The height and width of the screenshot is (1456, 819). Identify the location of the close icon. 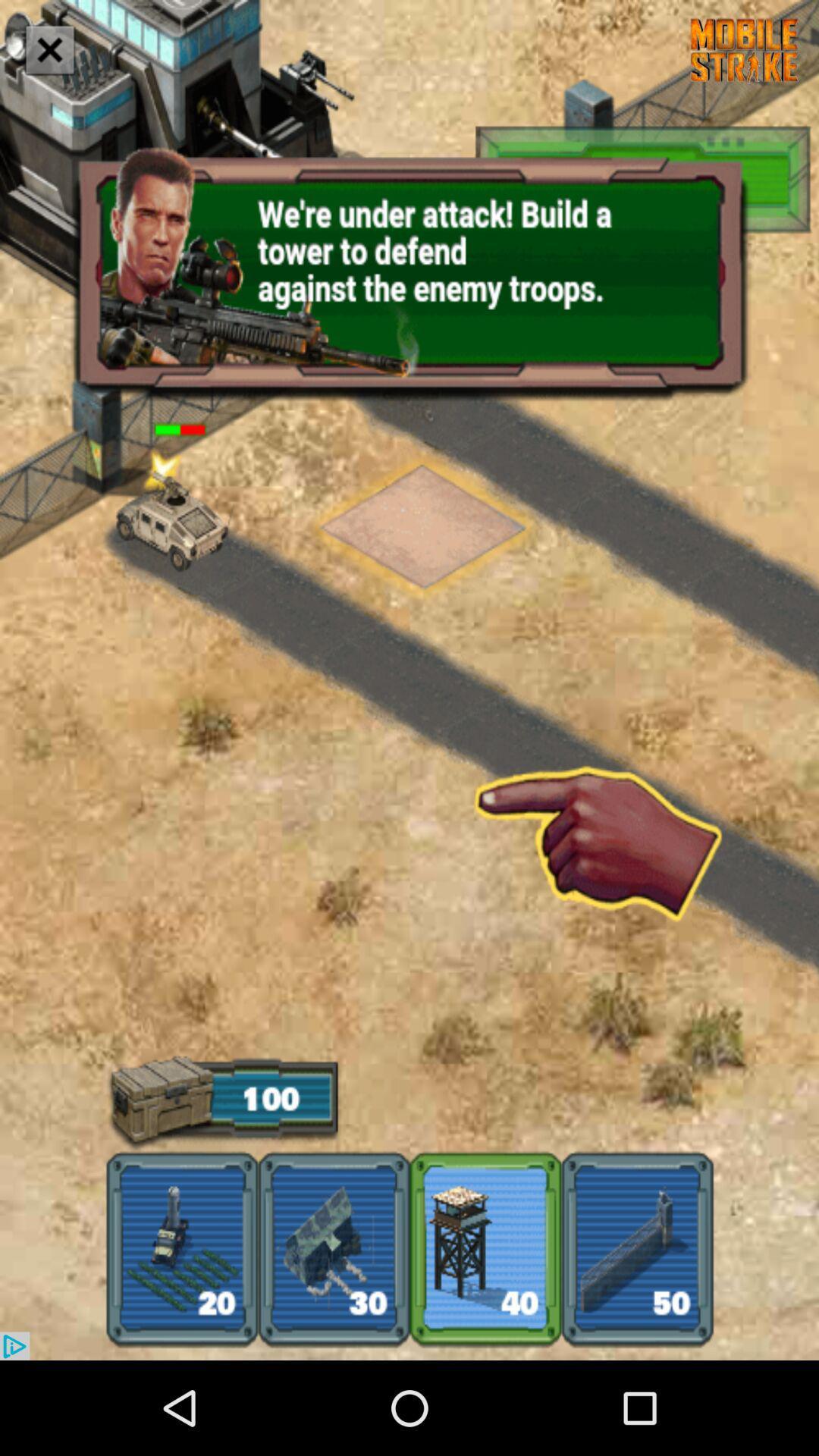
(69, 74).